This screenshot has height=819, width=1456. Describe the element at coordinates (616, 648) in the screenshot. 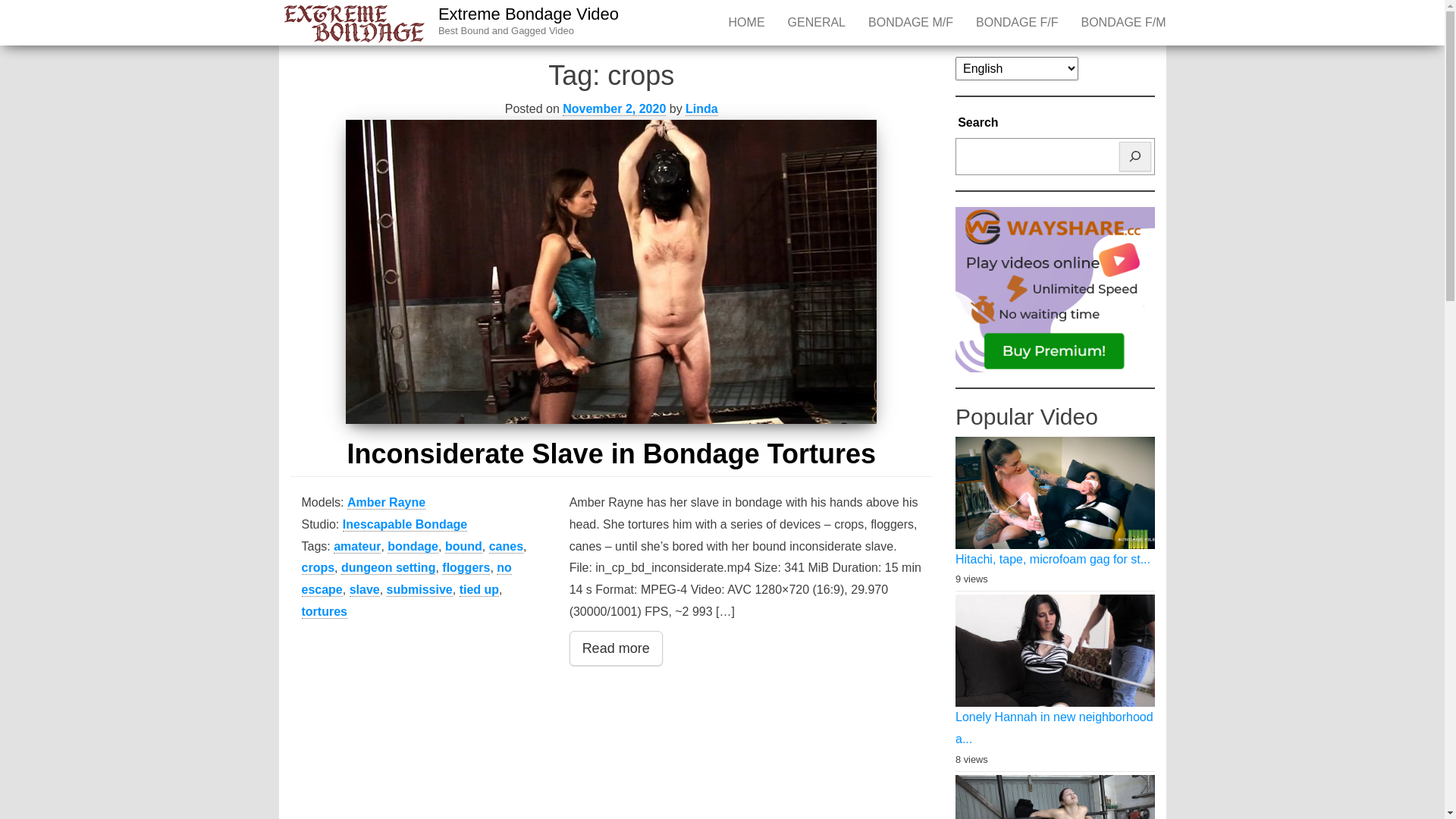

I see `'Read more'` at that location.